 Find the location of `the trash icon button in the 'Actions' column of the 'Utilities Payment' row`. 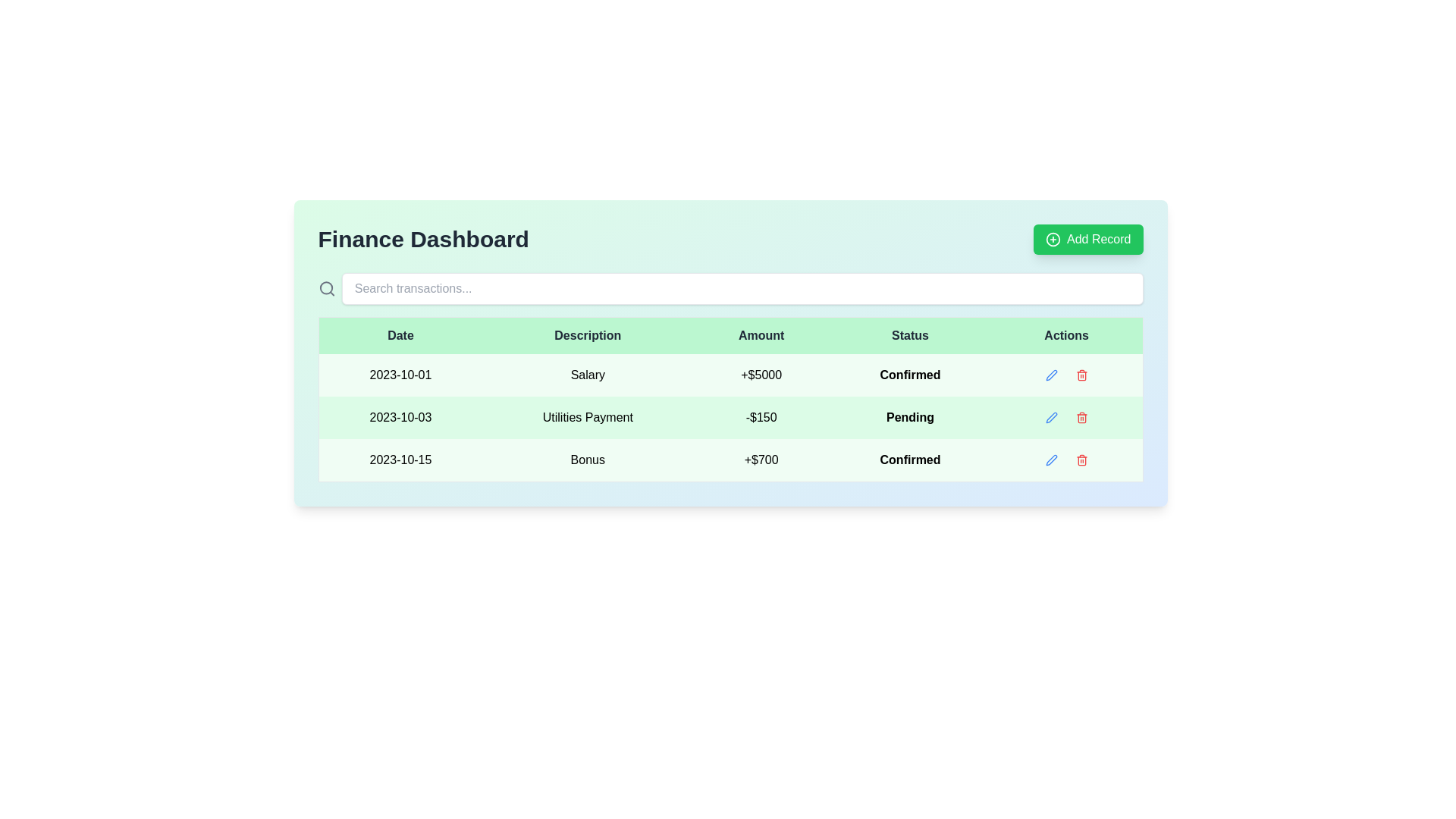

the trash icon button in the 'Actions' column of the 'Utilities Payment' row is located at coordinates (1081, 418).